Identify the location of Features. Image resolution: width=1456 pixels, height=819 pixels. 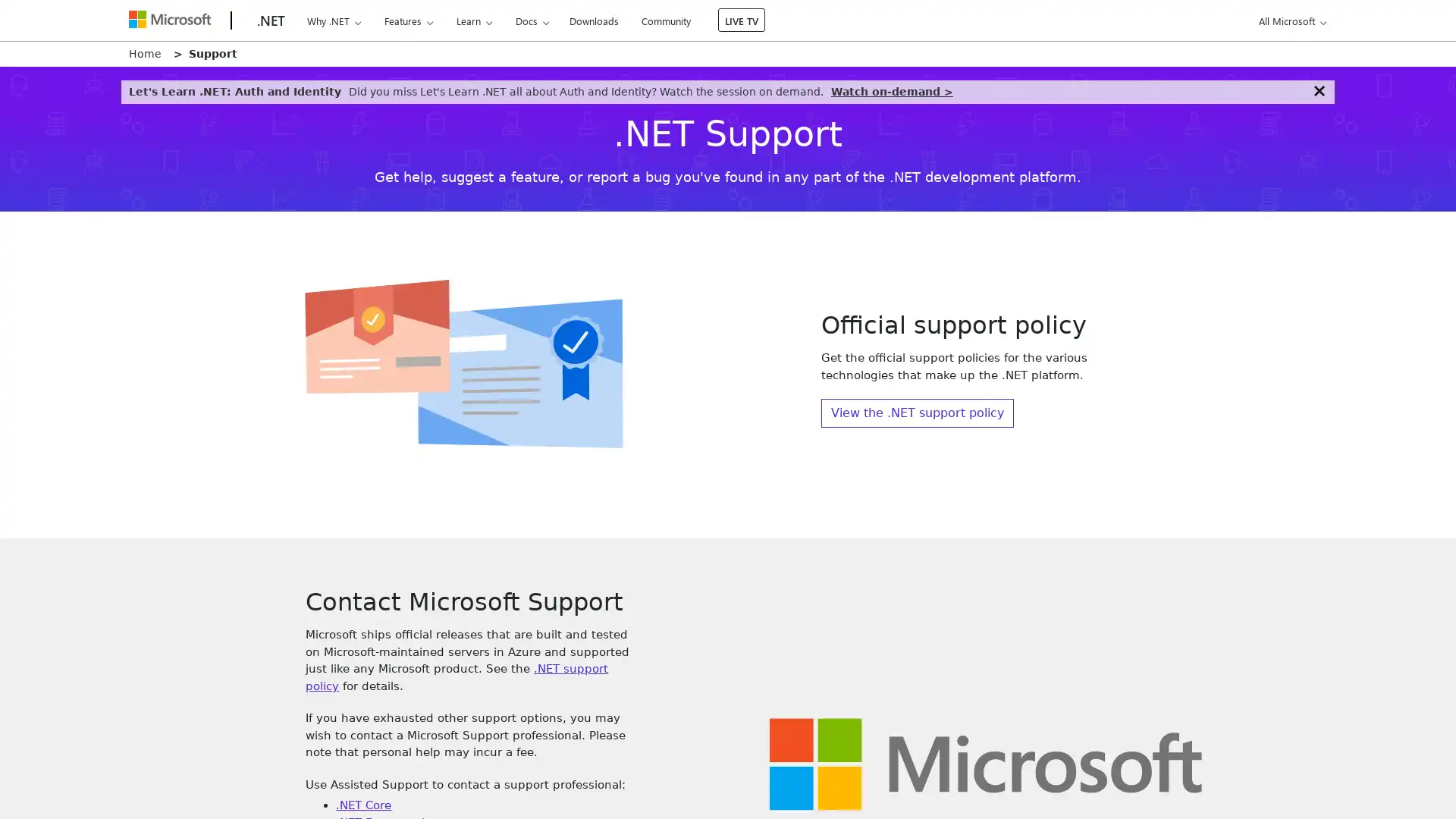
(408, 20).